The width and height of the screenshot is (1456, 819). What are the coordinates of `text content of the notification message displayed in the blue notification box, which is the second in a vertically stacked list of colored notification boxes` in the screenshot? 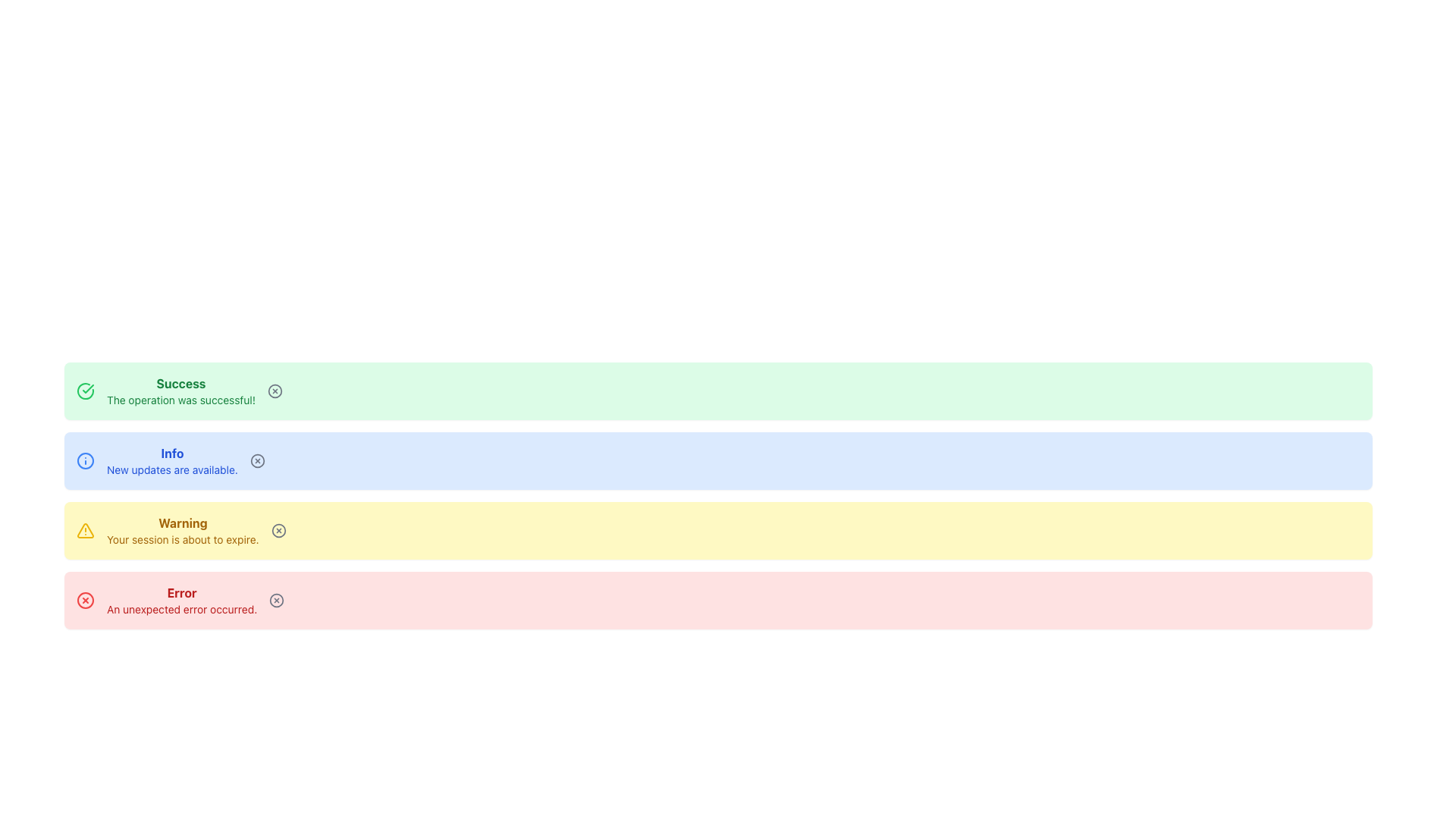 It's located at (172, 460).